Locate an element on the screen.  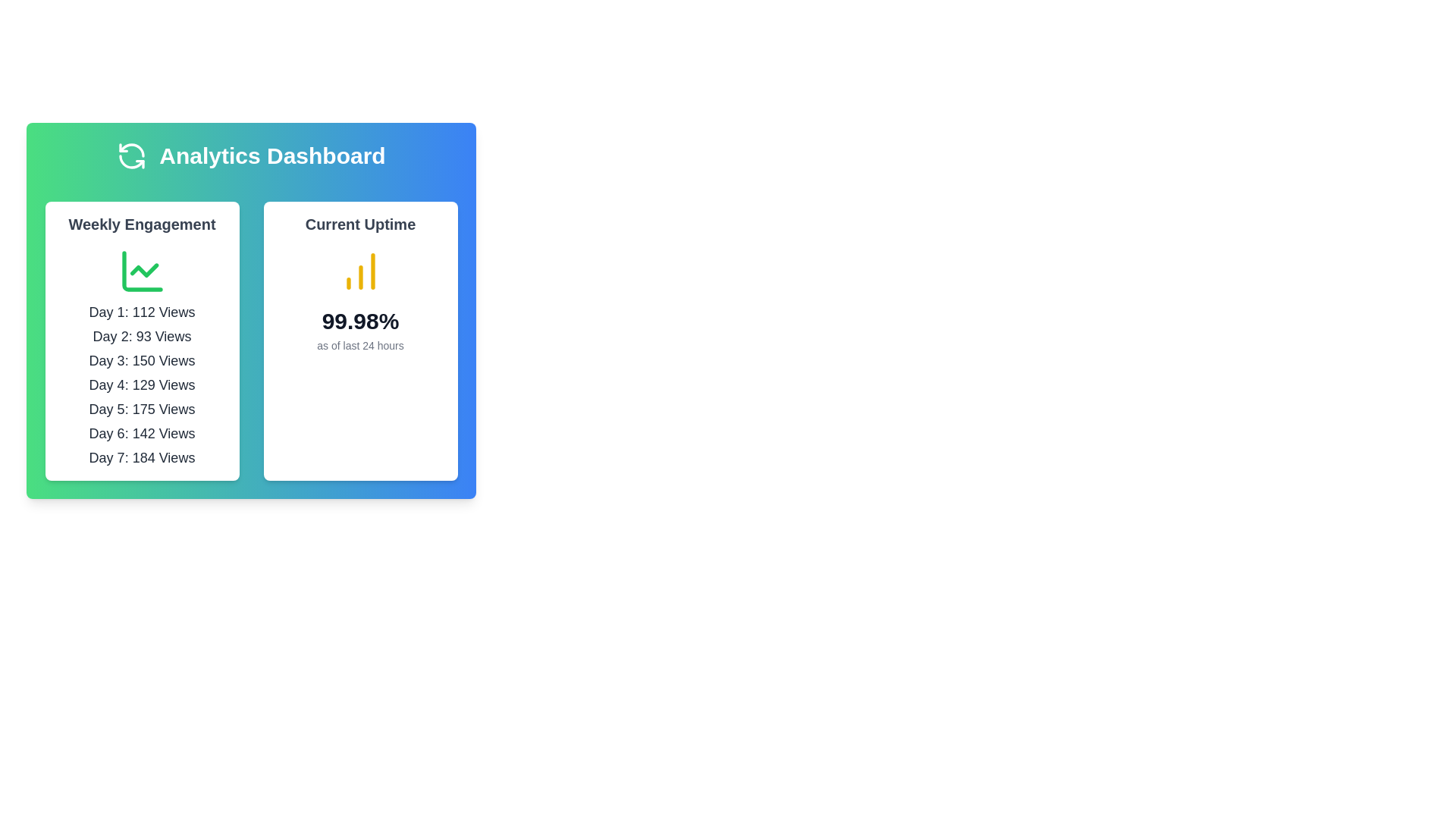
the text label displaying 'Day 3: 150 Views', which is the third item in the vertical list of daily view counts in the 'Weekly Engagement' section is located at coordinates (142, 360).